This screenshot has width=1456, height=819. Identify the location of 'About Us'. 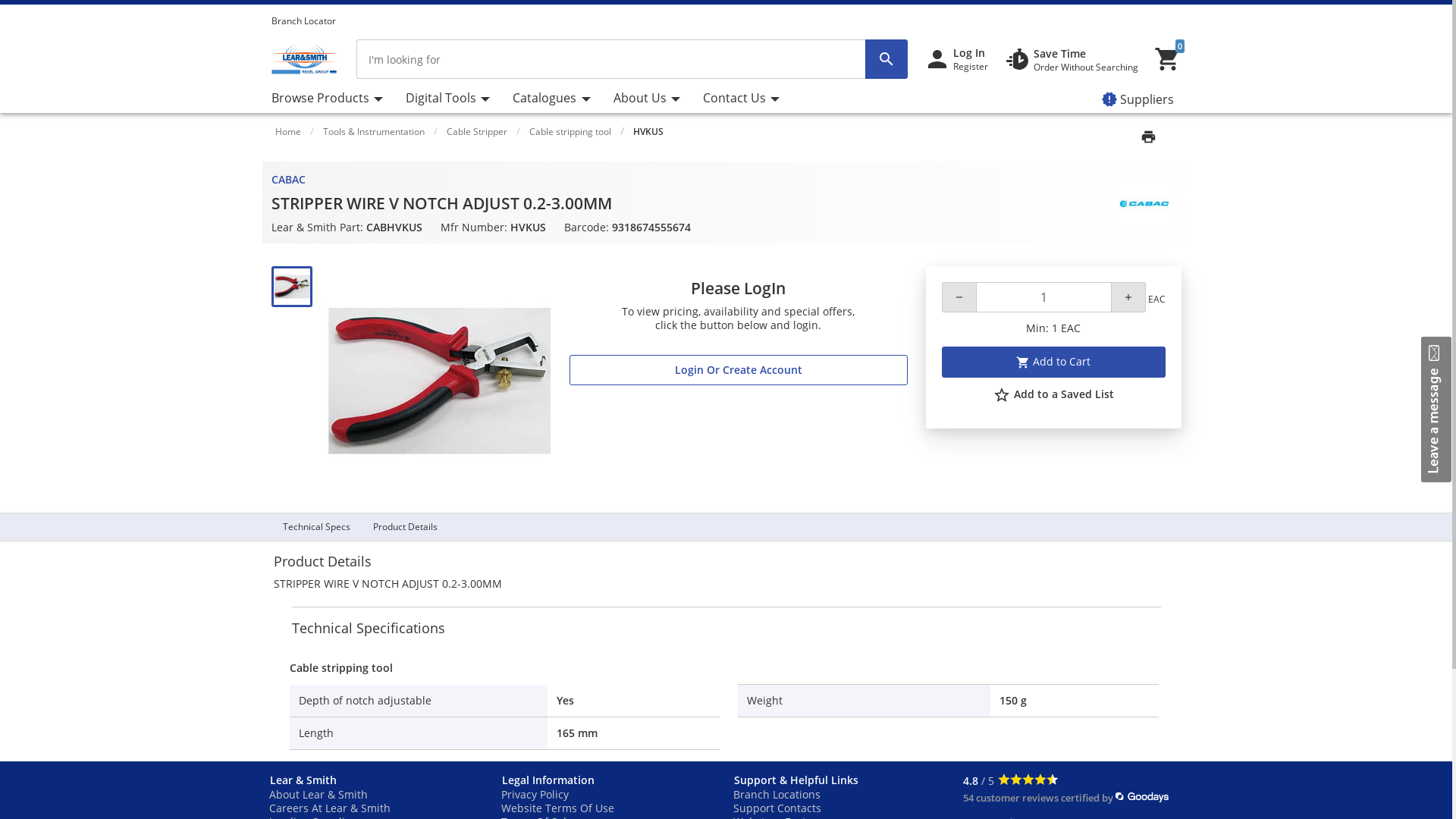
(601, 99).